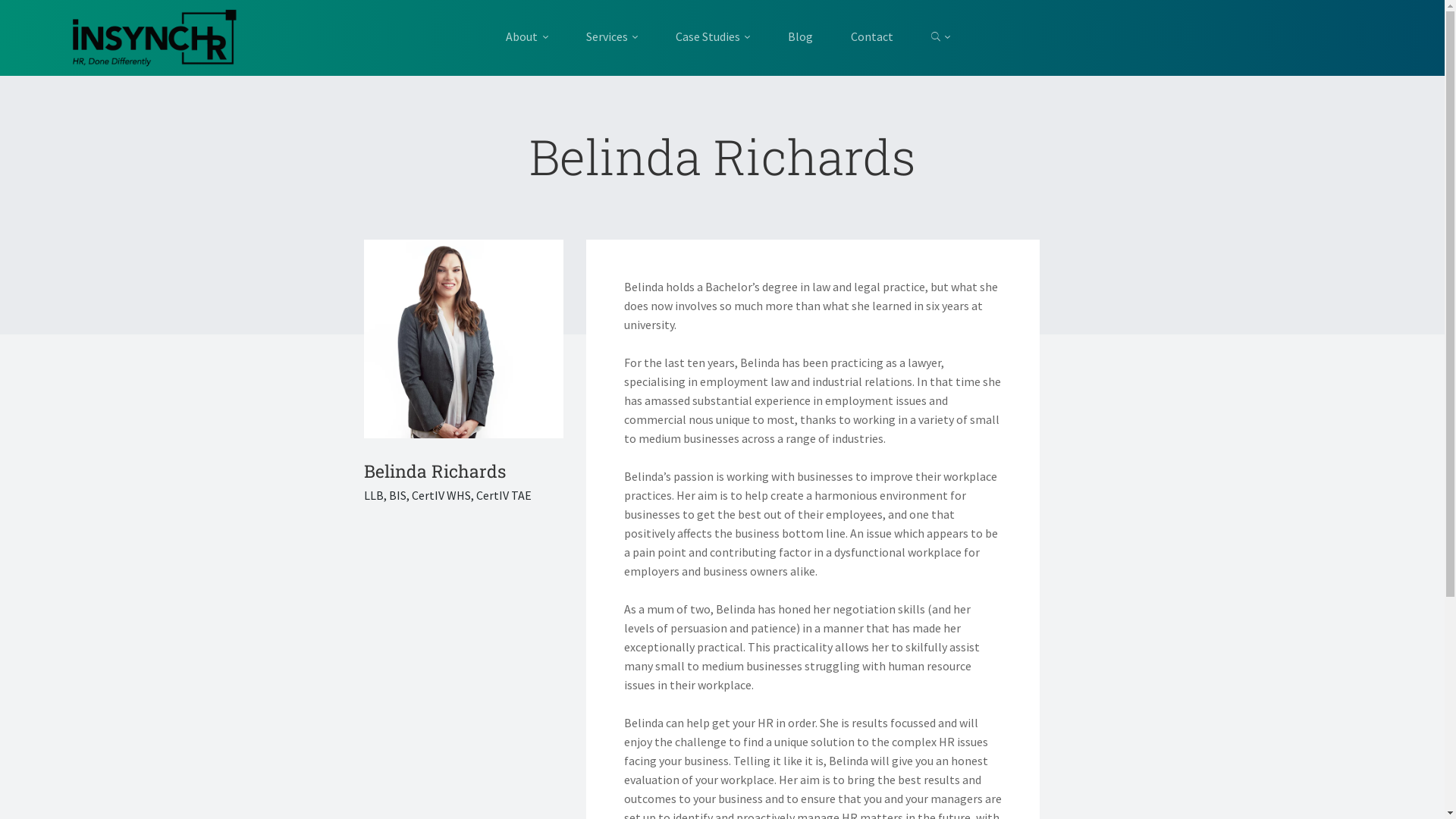 Image resolution: width=1456 pixels, height=819 pixels. What do you see at coordinates (535, 36) in the screenshot?
I see `'About'` at bounding box center [535, 36].